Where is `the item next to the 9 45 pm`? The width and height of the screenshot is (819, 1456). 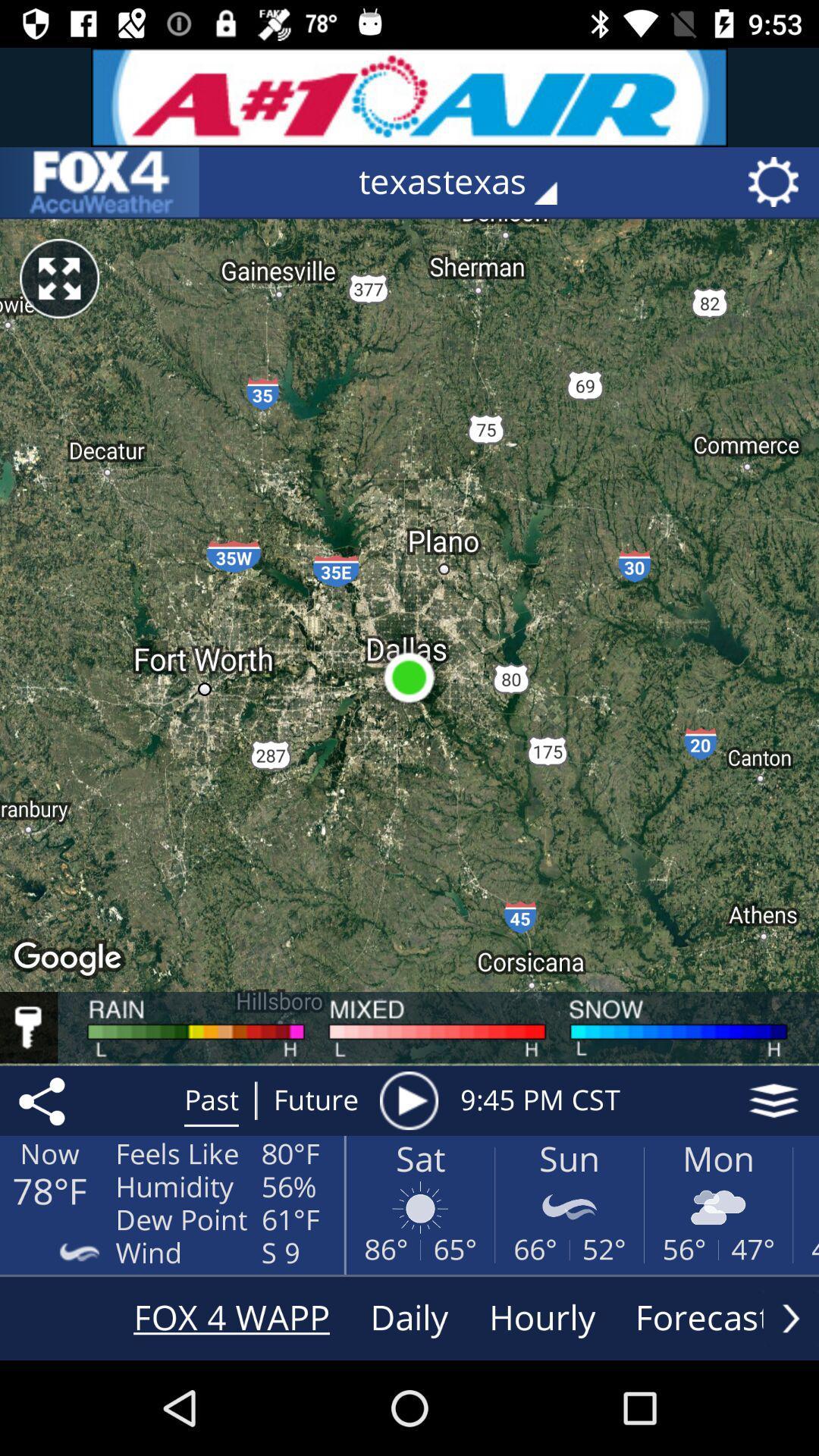
the item next to the 9 45 pm is located at coordinates (408, 1100).